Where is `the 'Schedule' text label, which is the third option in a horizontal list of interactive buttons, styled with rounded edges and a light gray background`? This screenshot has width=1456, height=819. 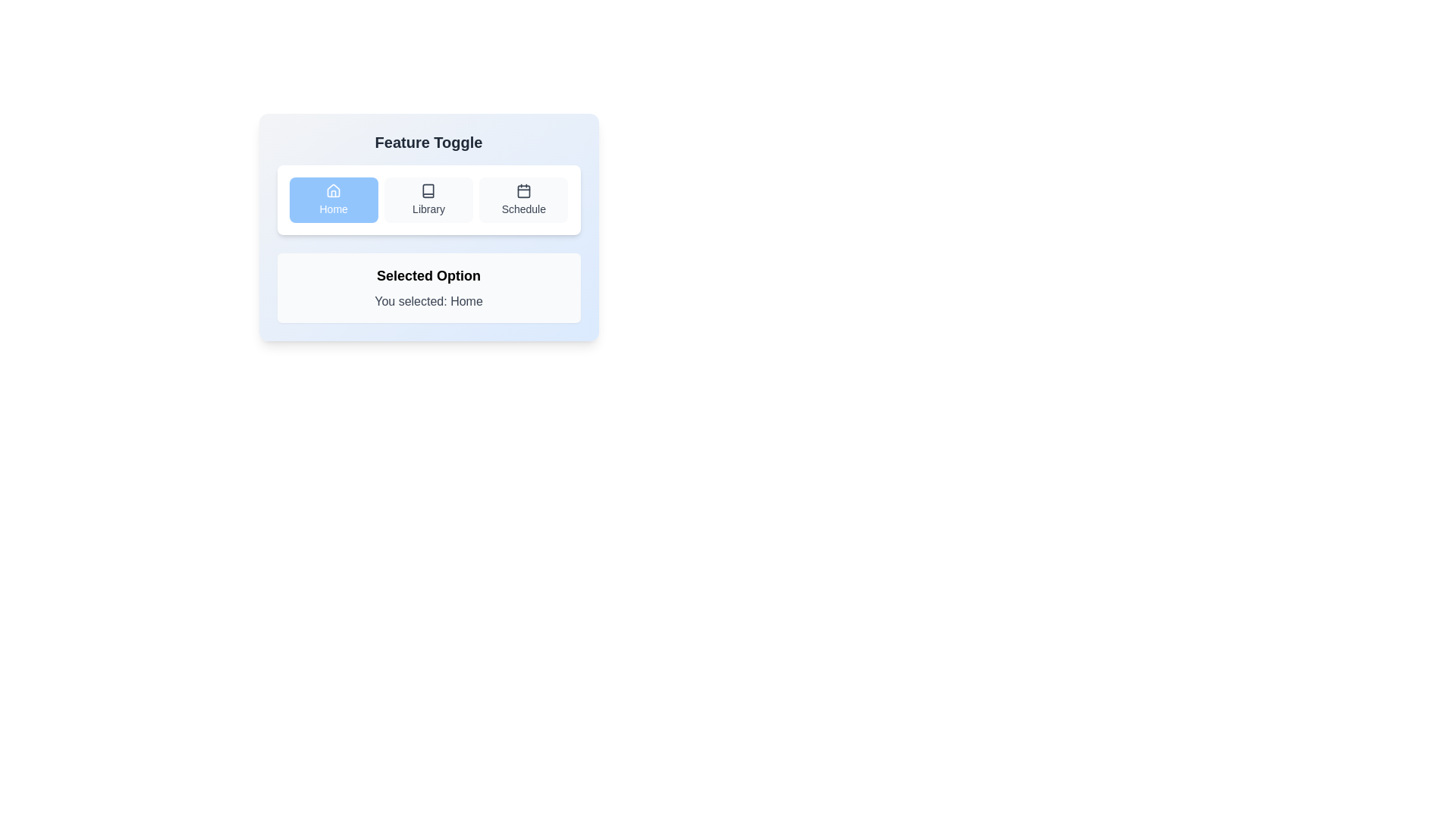
the 'Schedule' text label, which is the third option in a horizontal list of interactive buttons, styled with rounded edges and a light gray background is located at coordinates (523, 209).